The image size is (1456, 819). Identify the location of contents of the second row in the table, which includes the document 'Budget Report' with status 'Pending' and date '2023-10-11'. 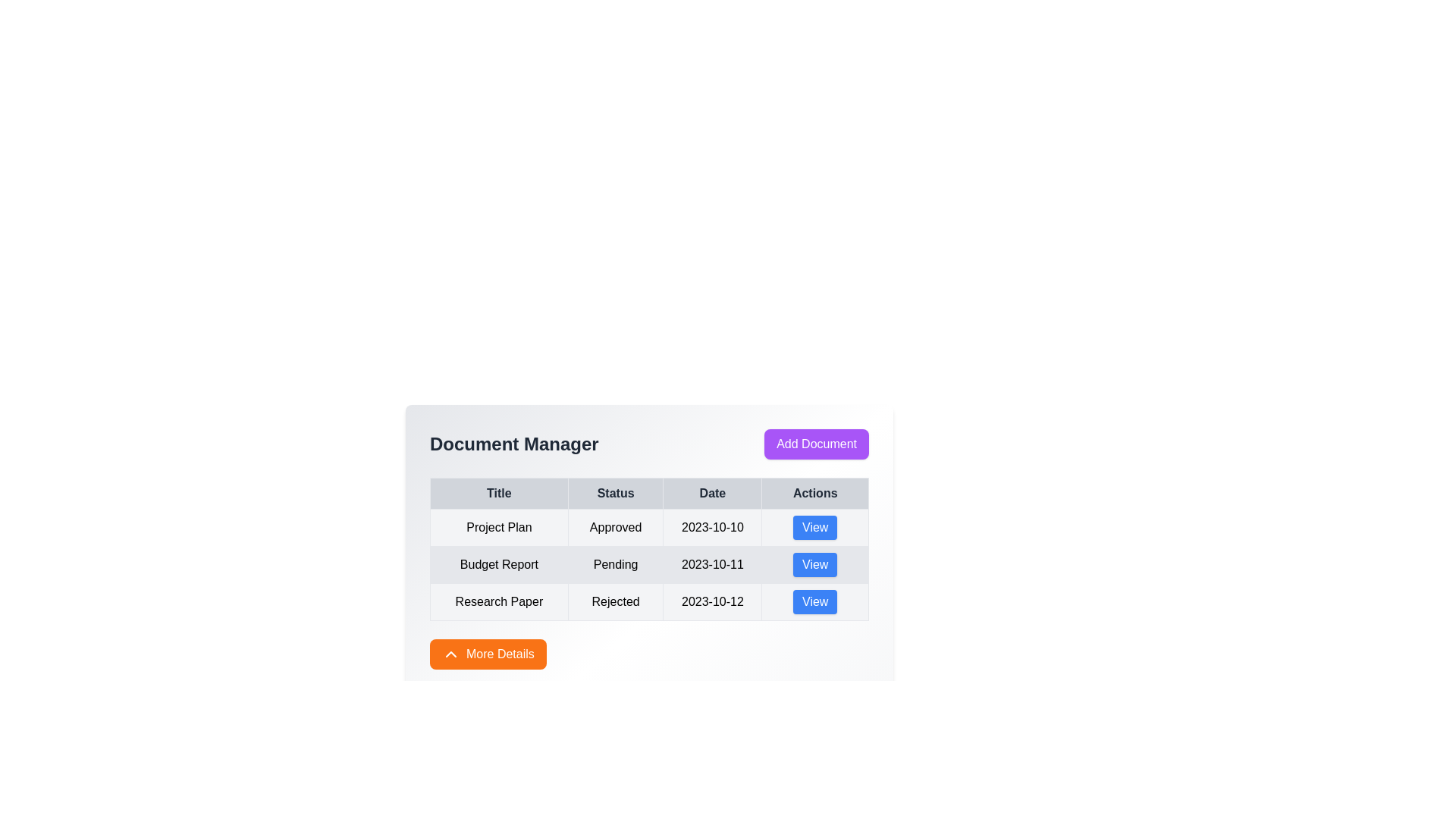
(649, 564).